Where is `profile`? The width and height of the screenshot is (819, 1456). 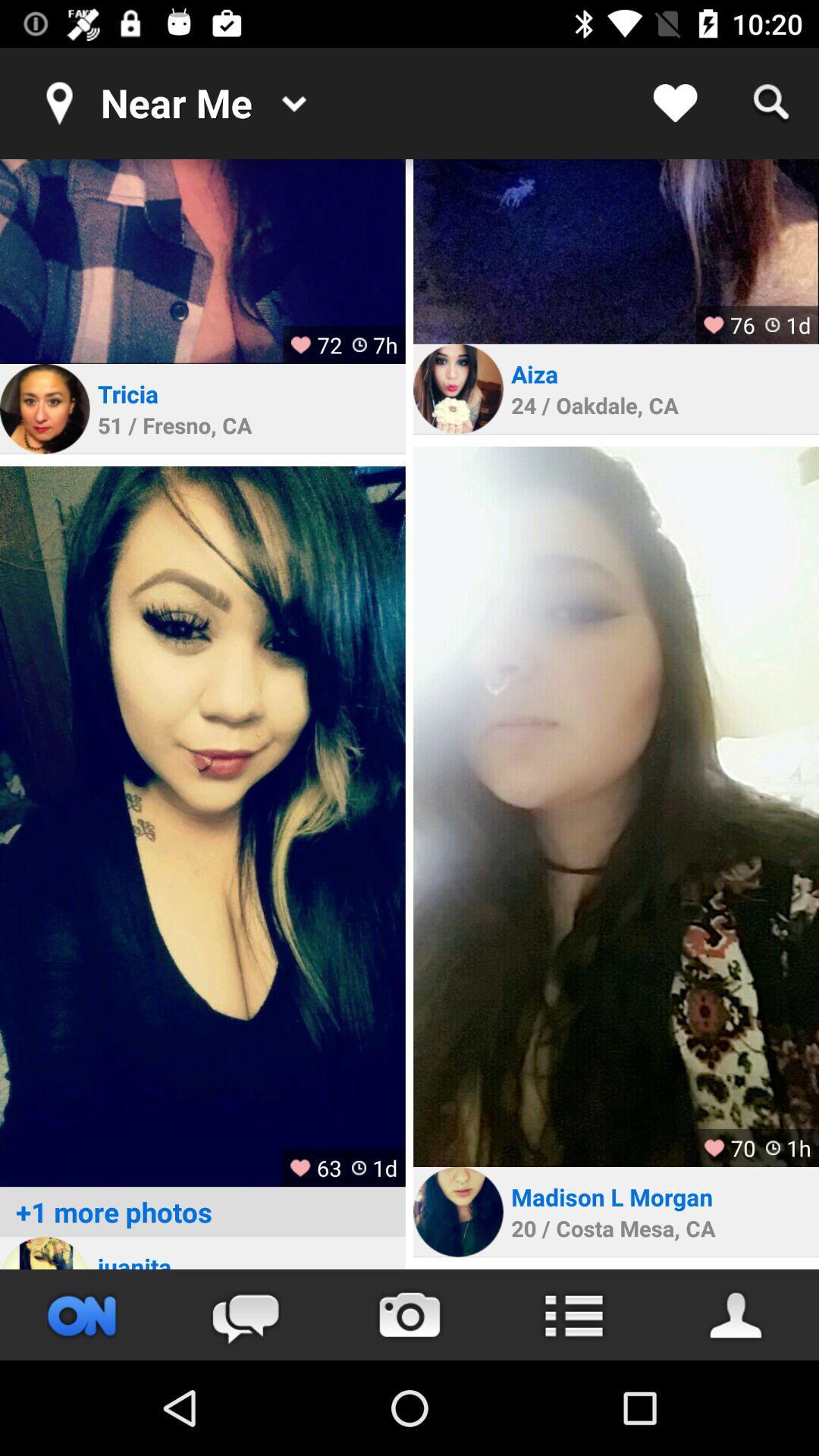 profile is located at coordinates (44, 409).